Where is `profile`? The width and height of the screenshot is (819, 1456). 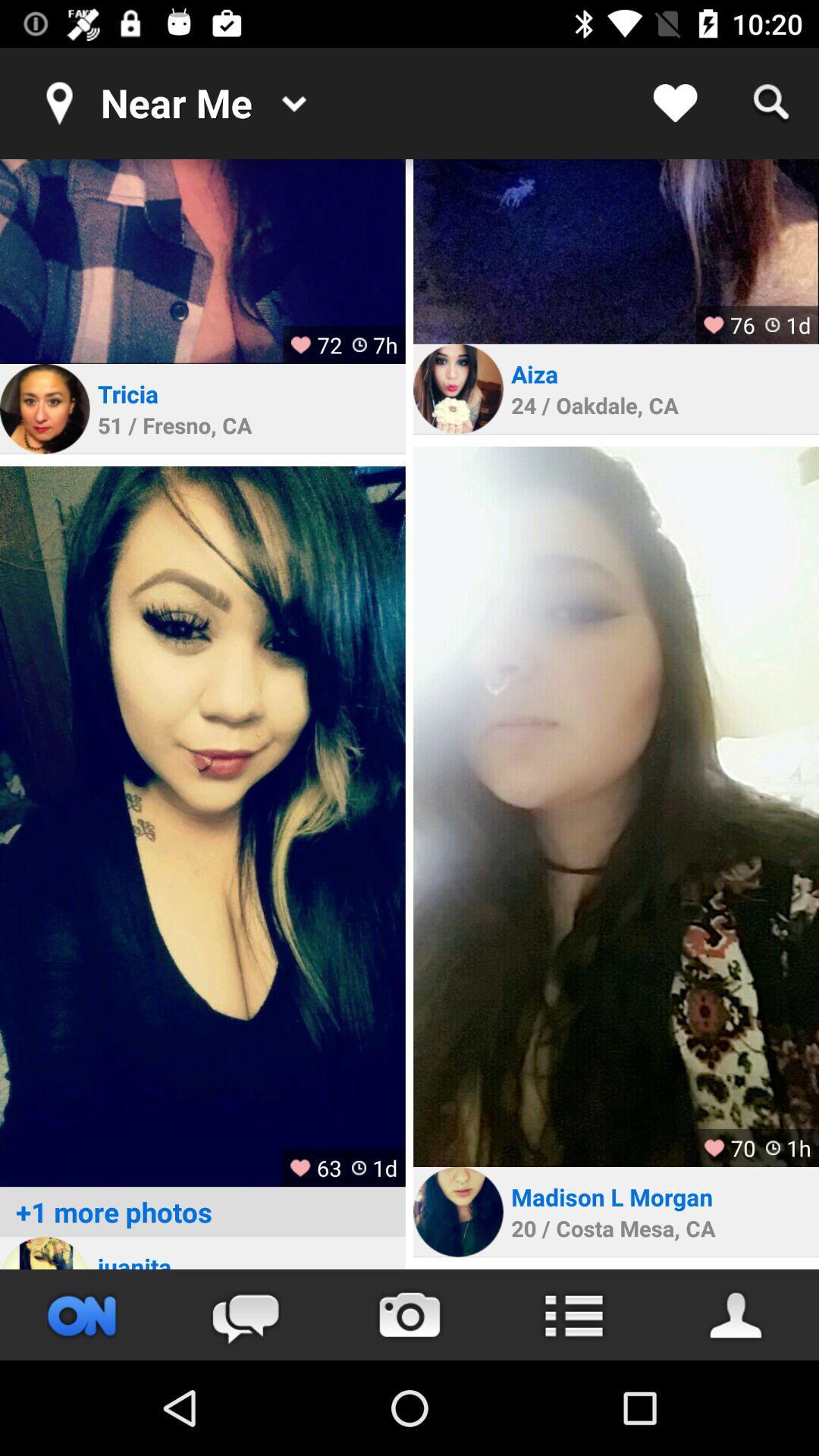 profile is located at coordinates (44, 409).